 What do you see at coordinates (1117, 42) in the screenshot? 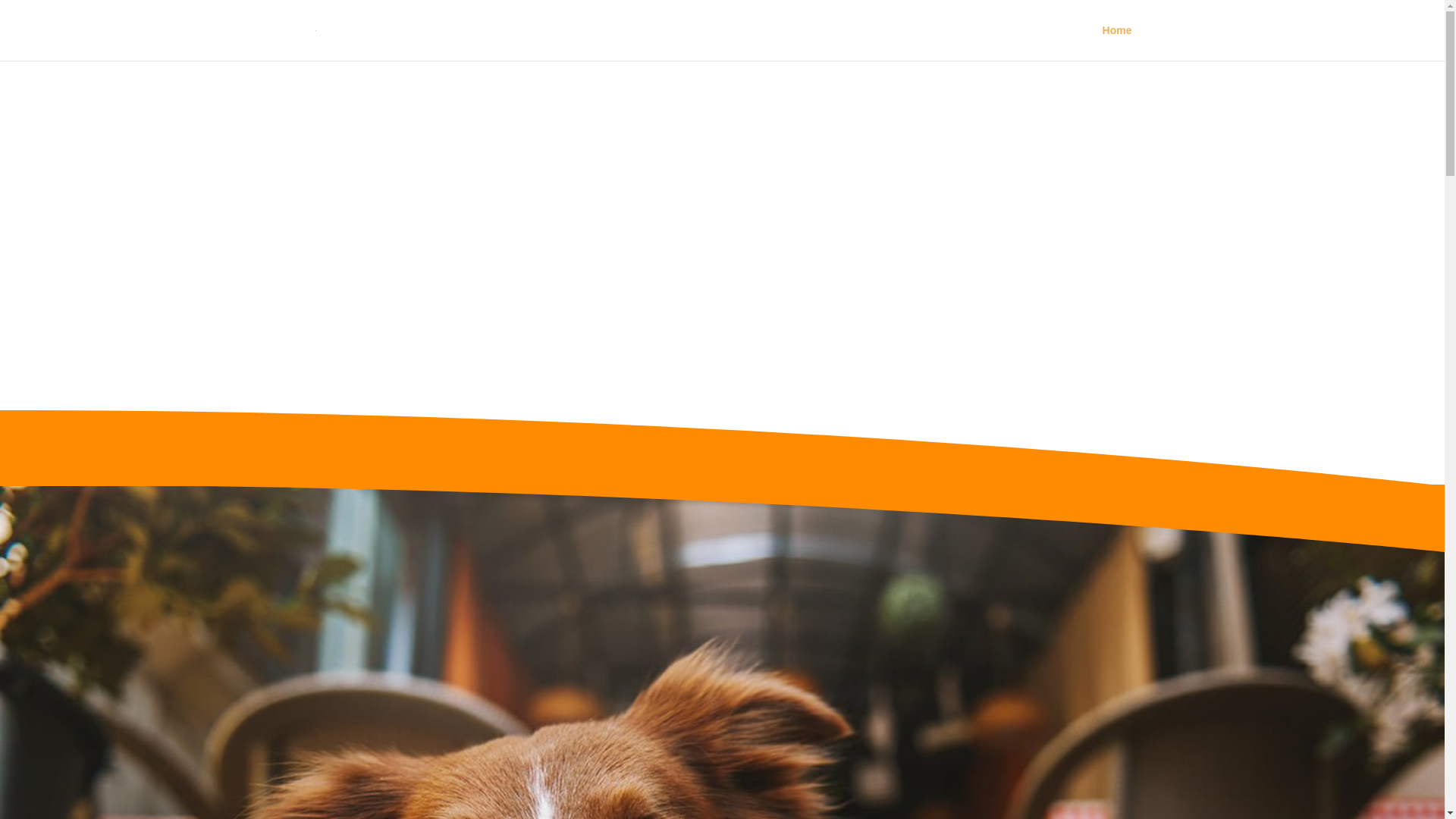
I see `'Home'` at bounding box center [1117, 42].